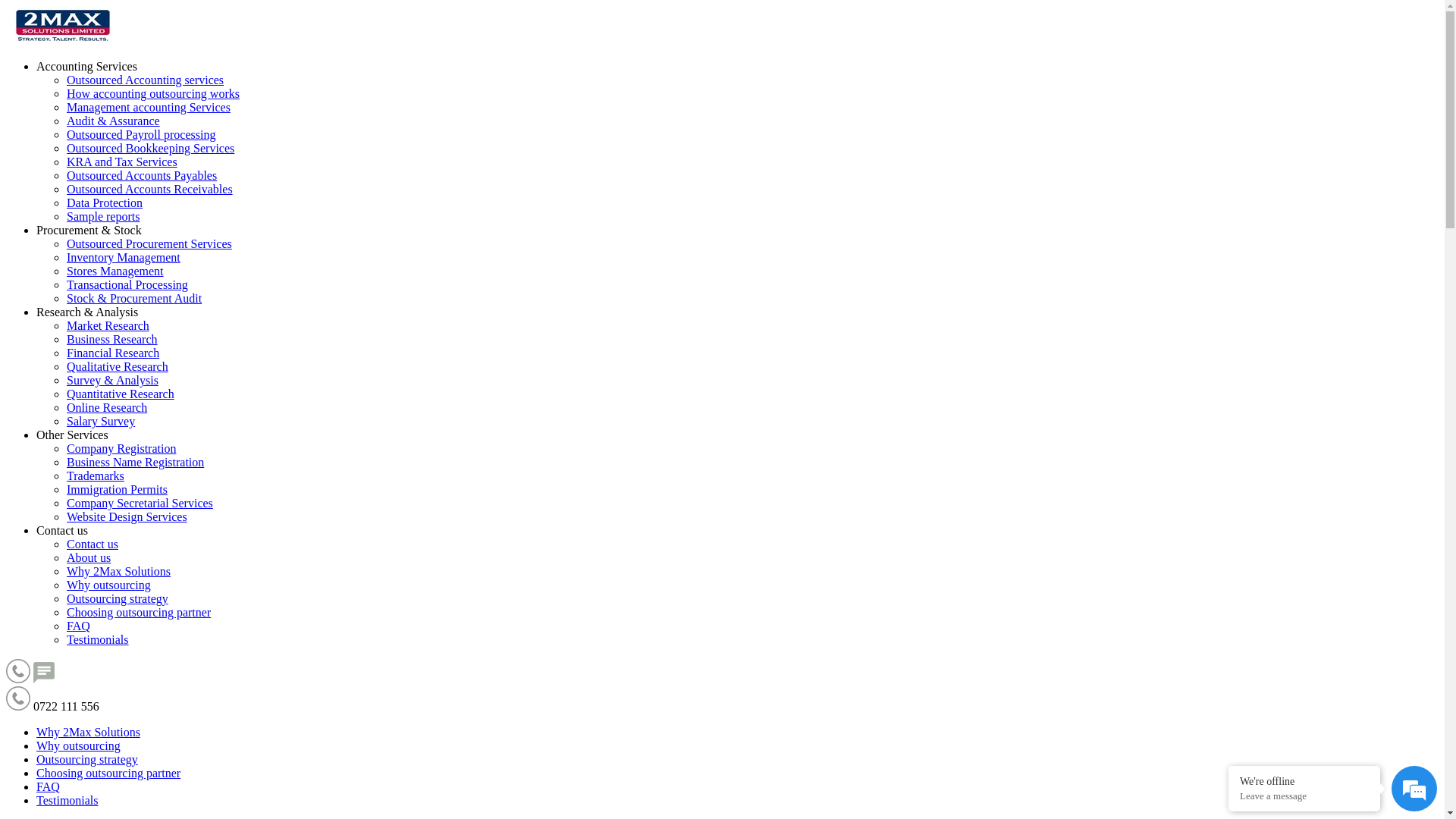 The height and width of the screenshot is (819, 1456). What do you see at coordinates (127, 284) in the screenshot?
I see `'Transactional Processing'` at bounding box center [127, 284].